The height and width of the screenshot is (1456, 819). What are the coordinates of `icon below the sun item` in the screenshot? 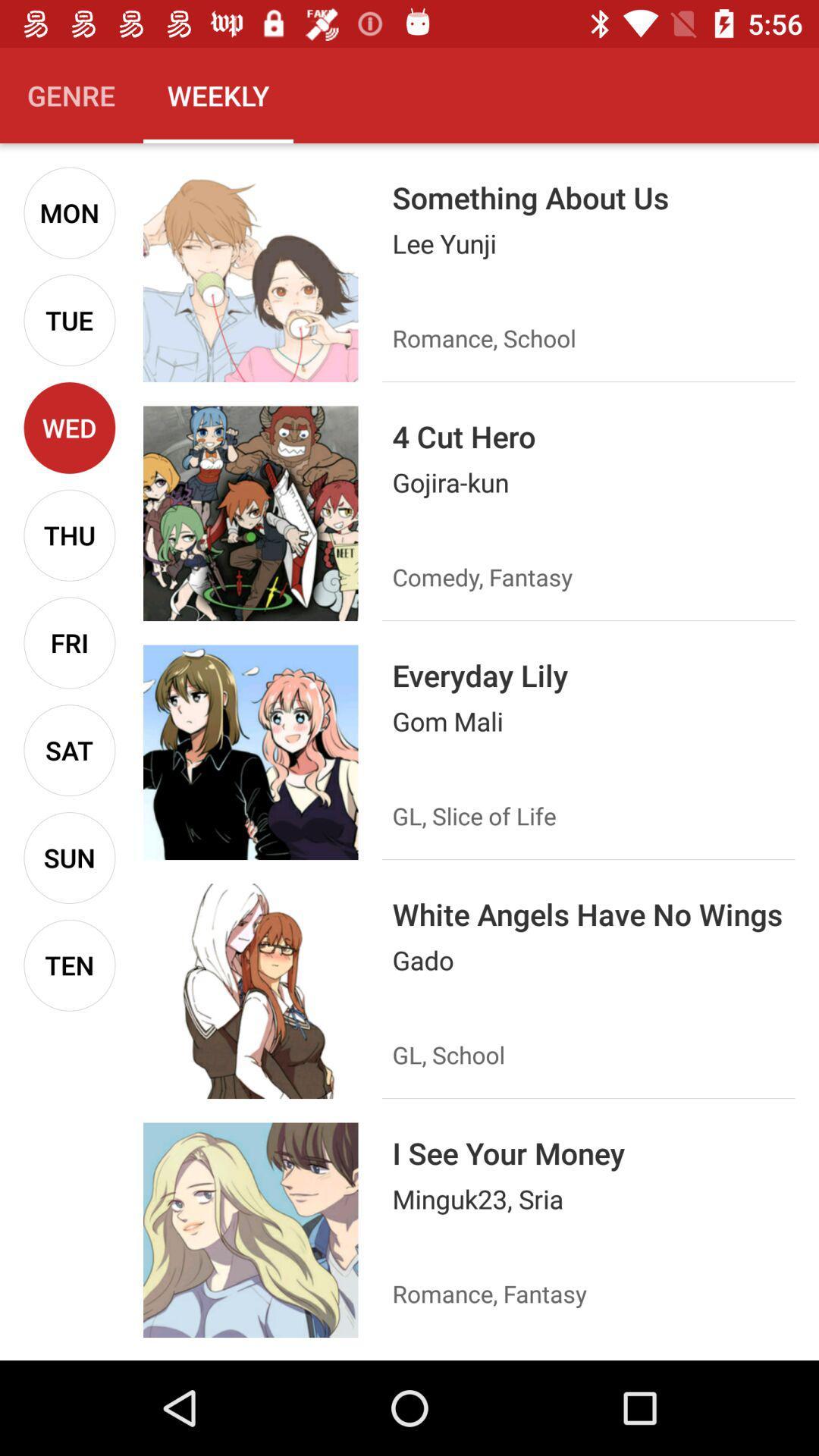 It's located at (69, 965).